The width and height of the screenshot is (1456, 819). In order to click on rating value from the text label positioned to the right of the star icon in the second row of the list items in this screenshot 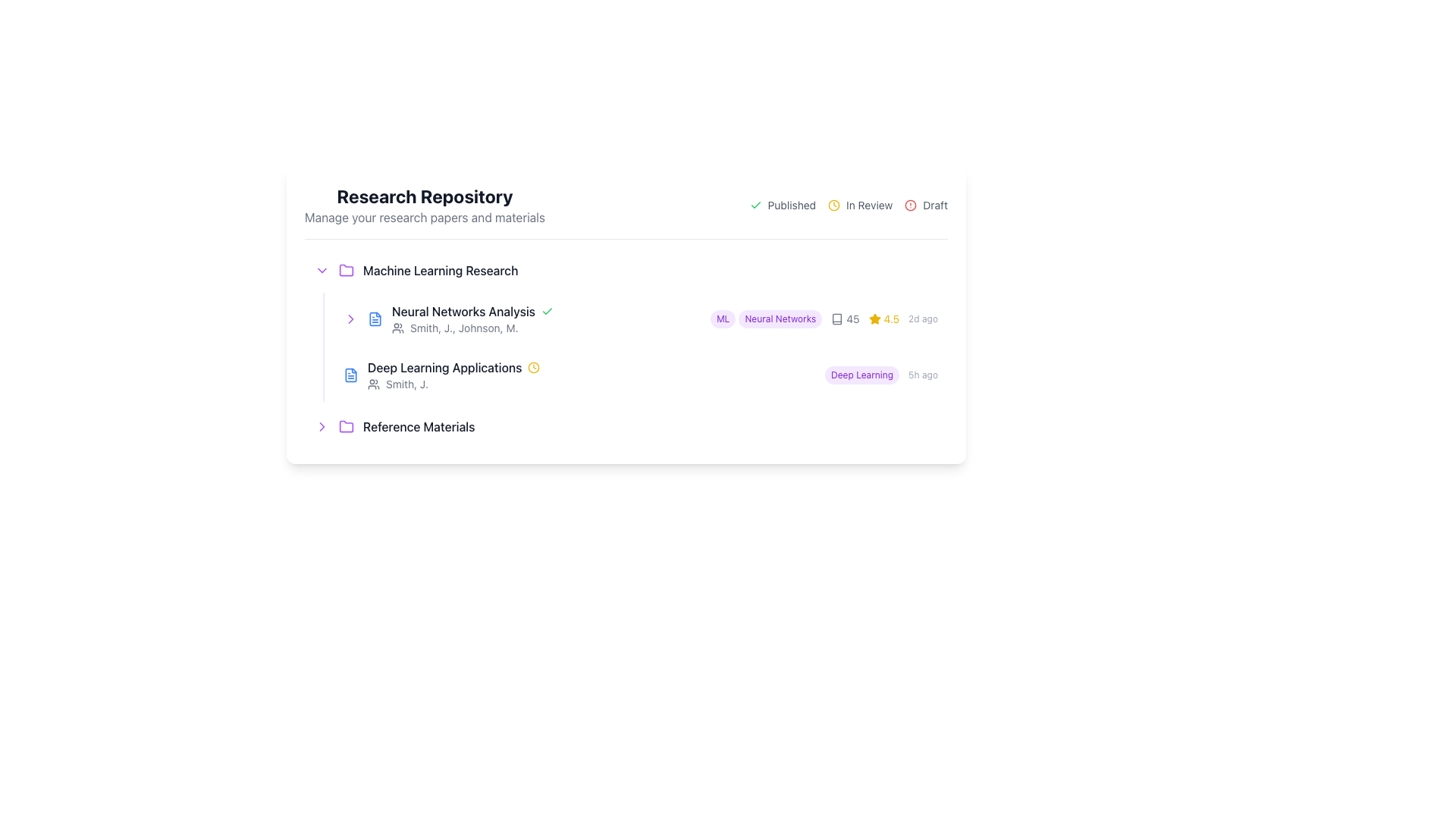, I will do `click(891, 318)`.